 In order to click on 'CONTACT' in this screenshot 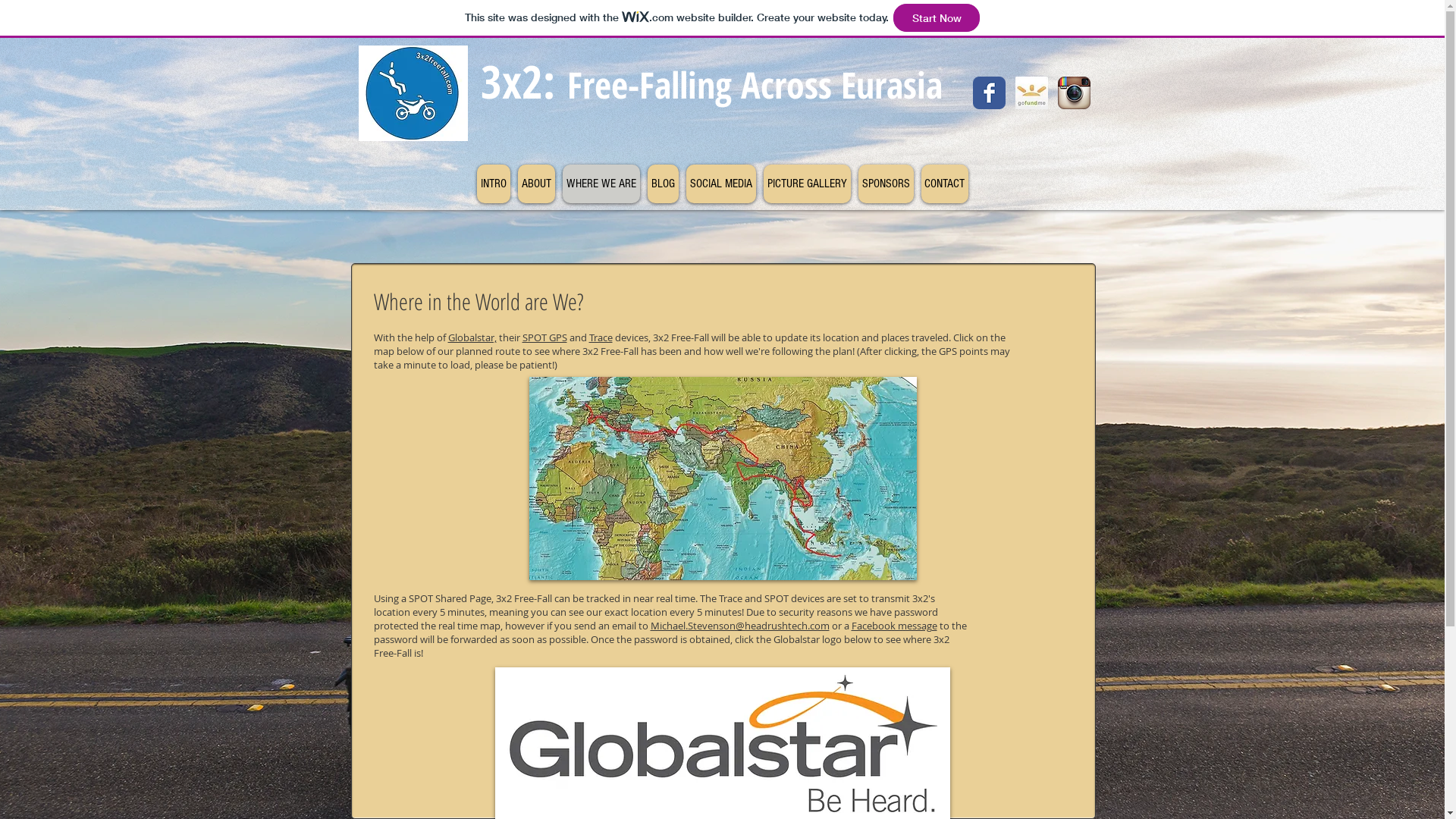, I will do `click(943, 183)`.